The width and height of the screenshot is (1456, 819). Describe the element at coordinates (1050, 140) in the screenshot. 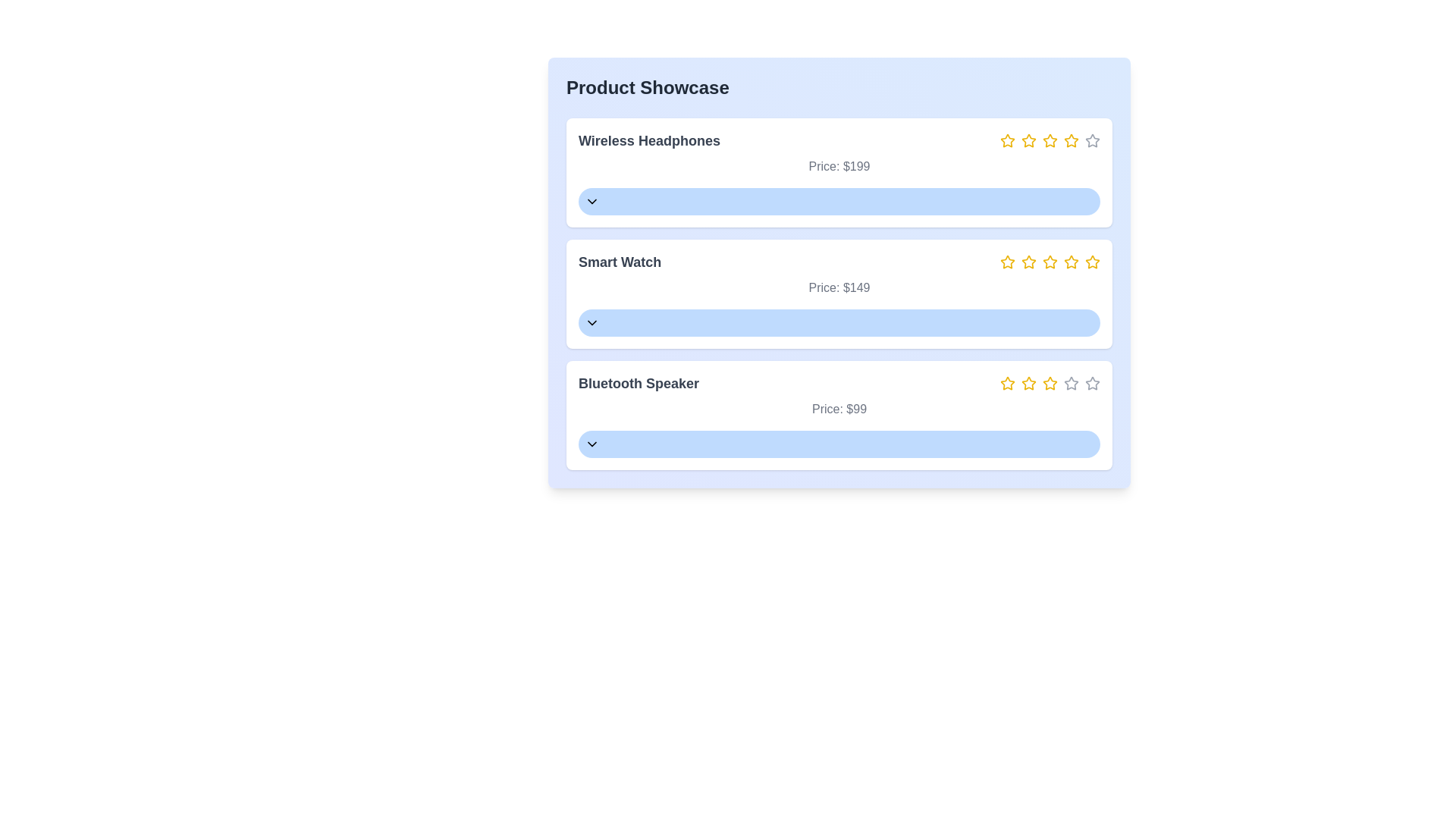

I see `the third star icon in the rating sequence located to the right of the 'Wireless Headphones' text` at that location.